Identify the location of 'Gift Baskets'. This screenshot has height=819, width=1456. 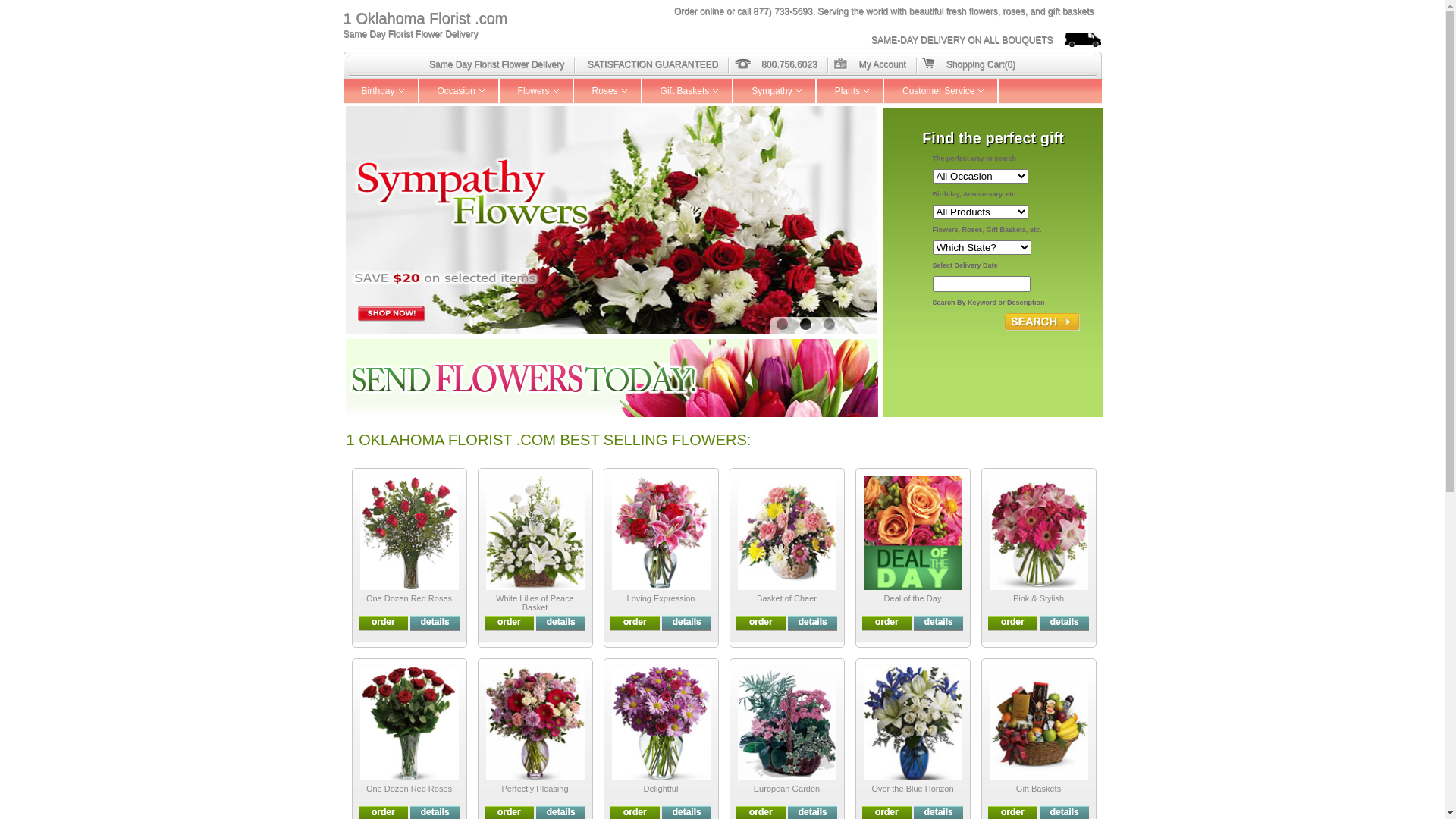
(1037, 788).